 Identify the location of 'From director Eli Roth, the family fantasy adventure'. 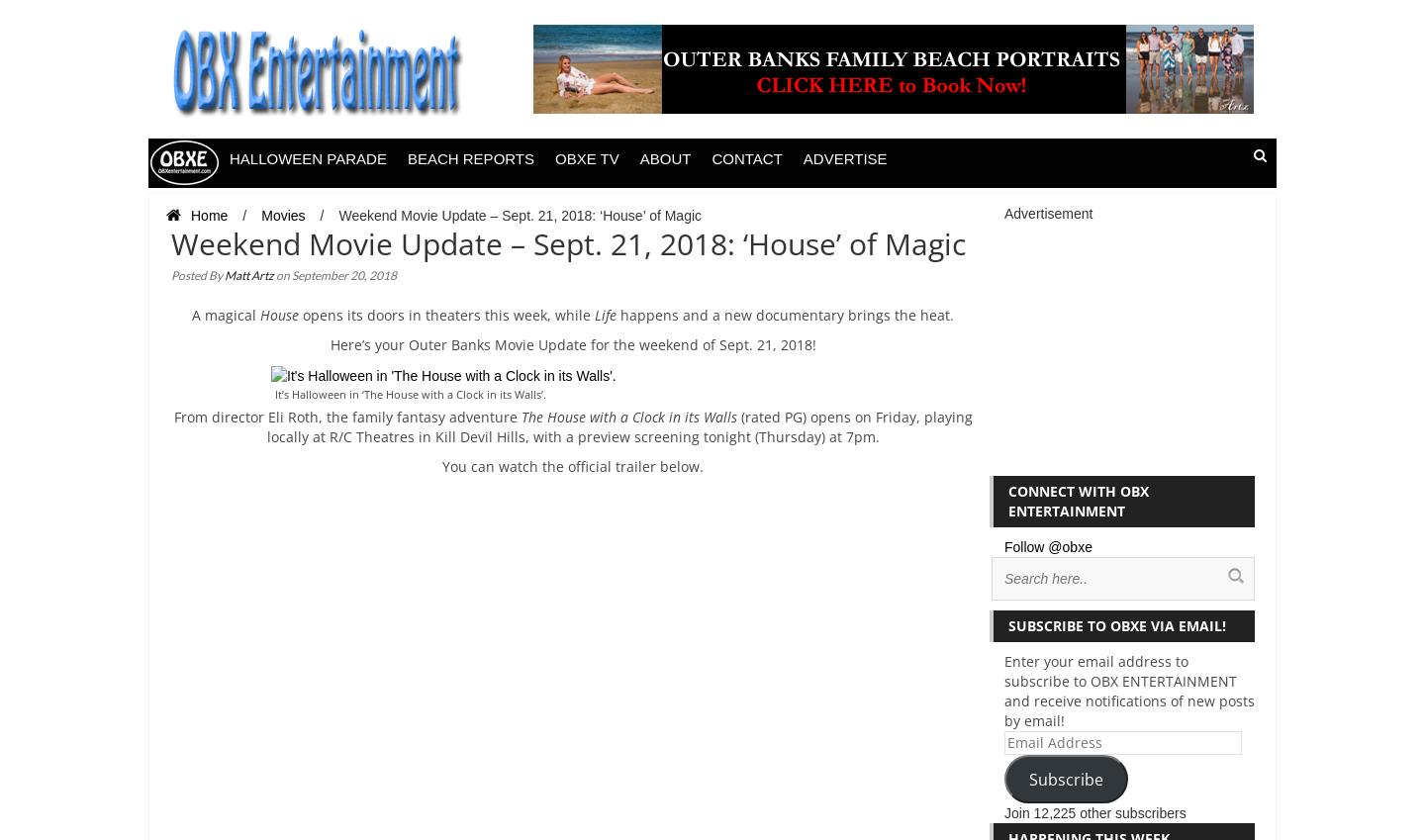
(346, 416).